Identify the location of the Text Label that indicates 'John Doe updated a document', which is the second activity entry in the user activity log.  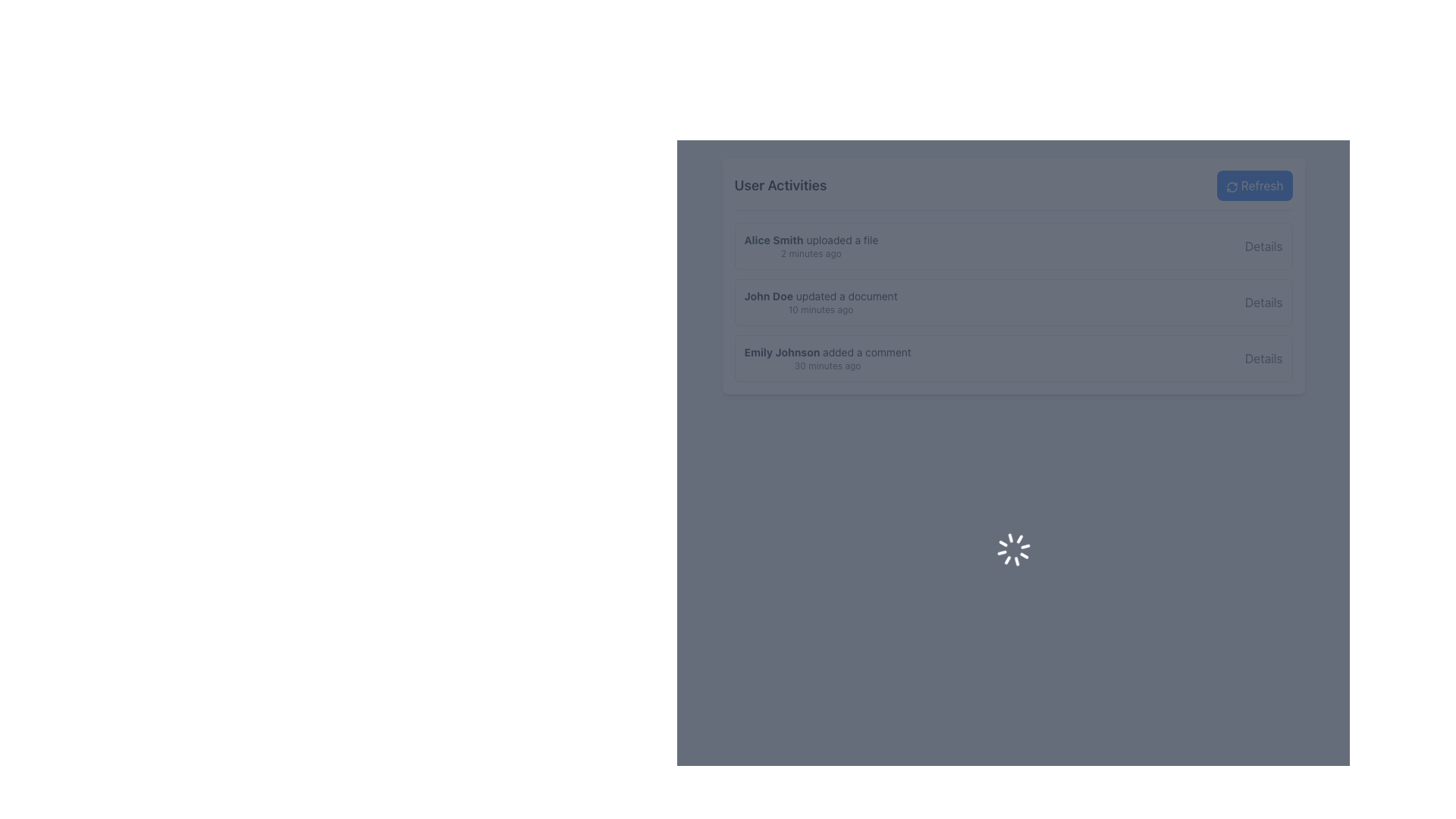
(820, 296).